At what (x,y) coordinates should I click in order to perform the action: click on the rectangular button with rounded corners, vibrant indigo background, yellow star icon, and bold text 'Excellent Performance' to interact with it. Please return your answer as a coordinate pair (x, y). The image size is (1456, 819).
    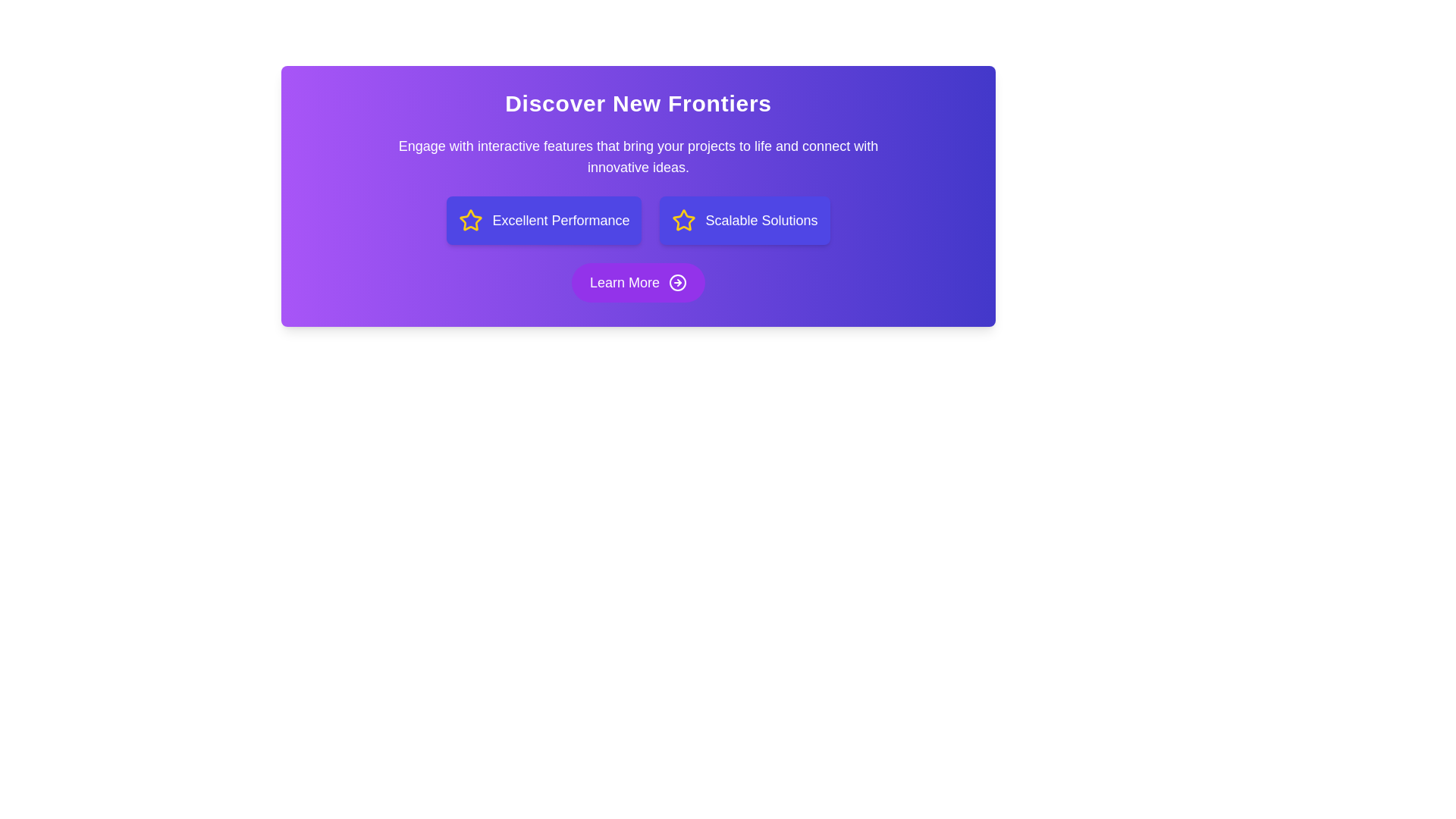
    Looking at the image, I should click on (544, 220).